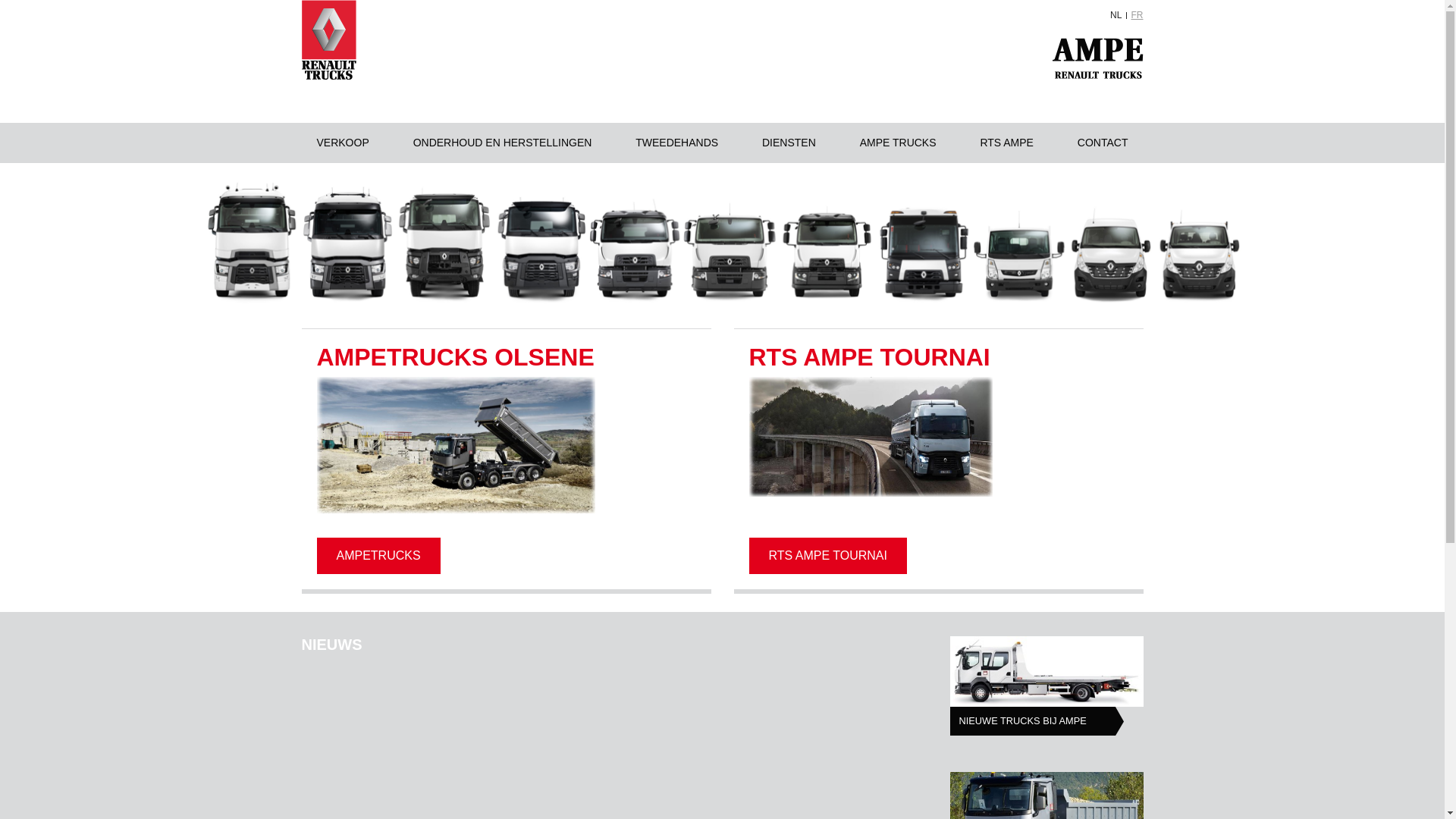  I want to click on 'CONTACT', so click(1103, 143).